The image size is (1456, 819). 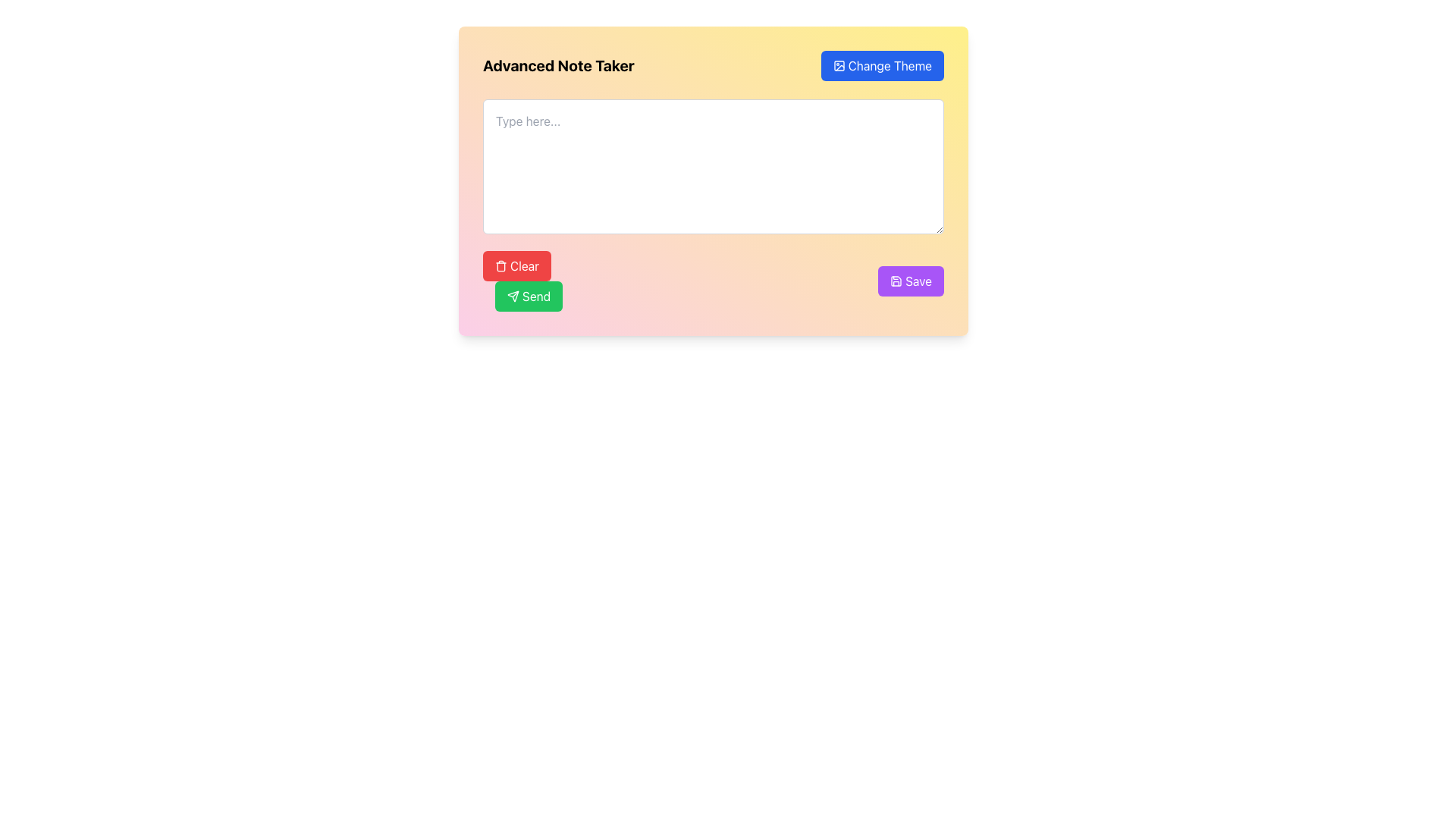 I want to click on the save button, which is the third button in the sequence located to the right of the 'Send' button, so click(x=910, y=281).